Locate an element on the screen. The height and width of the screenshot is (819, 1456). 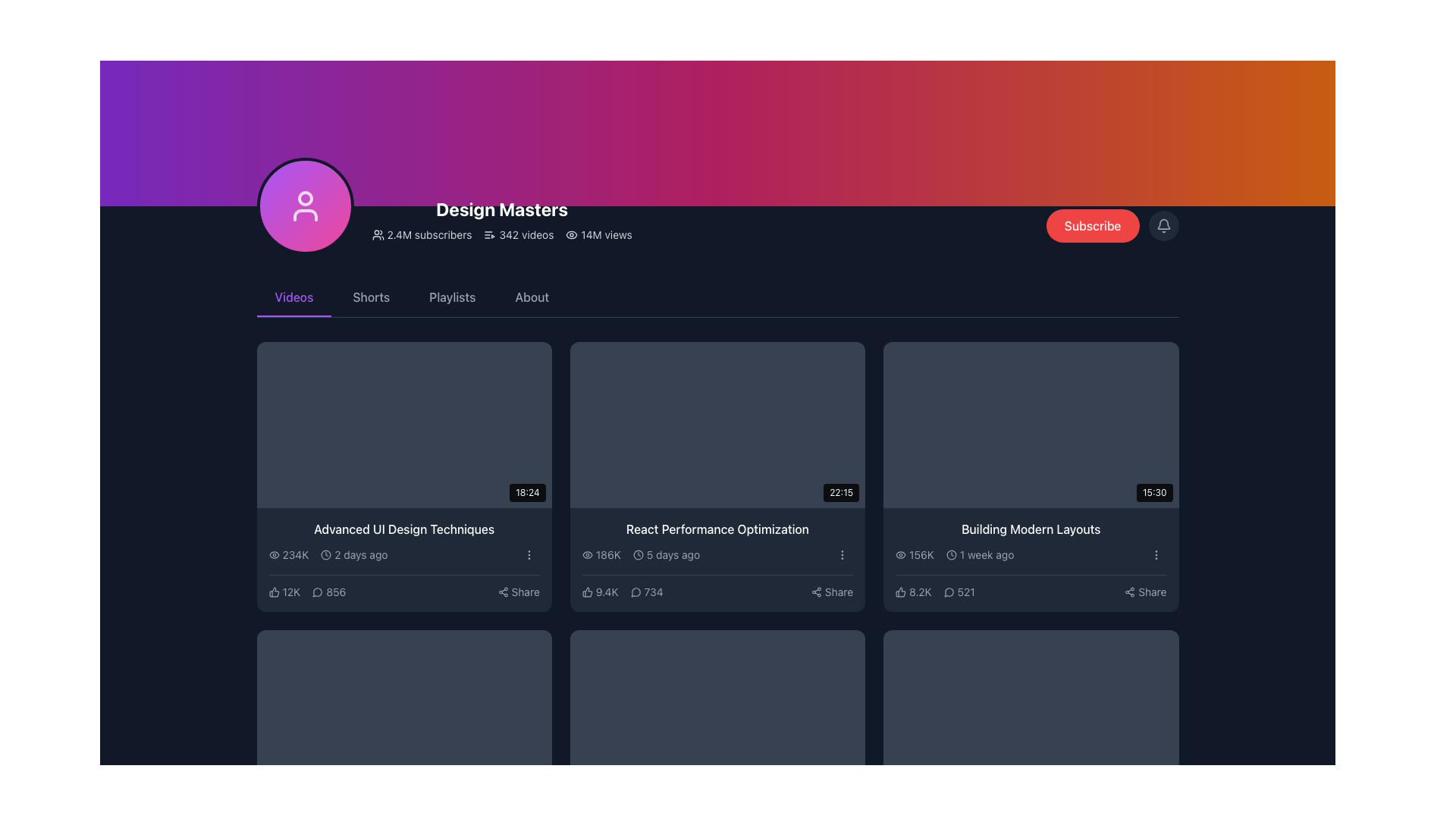
time displayed on the small black rectangular badge with rounded corners showing '15:30', located at the bottom-right edge of the video thumbnail titled 'Building Modern Layouts' is located at coordinates (1153, 493).